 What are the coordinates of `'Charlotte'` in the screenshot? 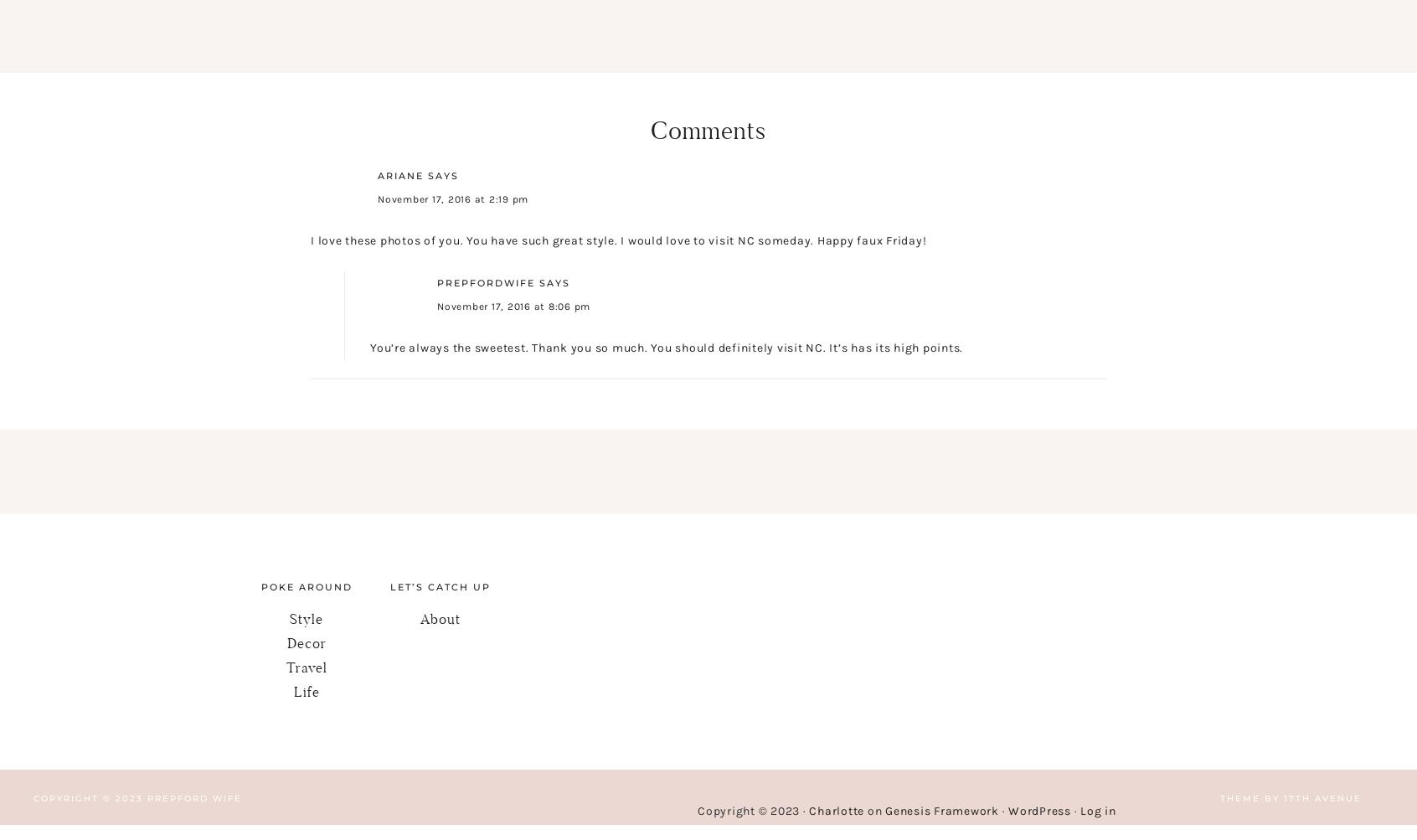 It's located at (835, 810).